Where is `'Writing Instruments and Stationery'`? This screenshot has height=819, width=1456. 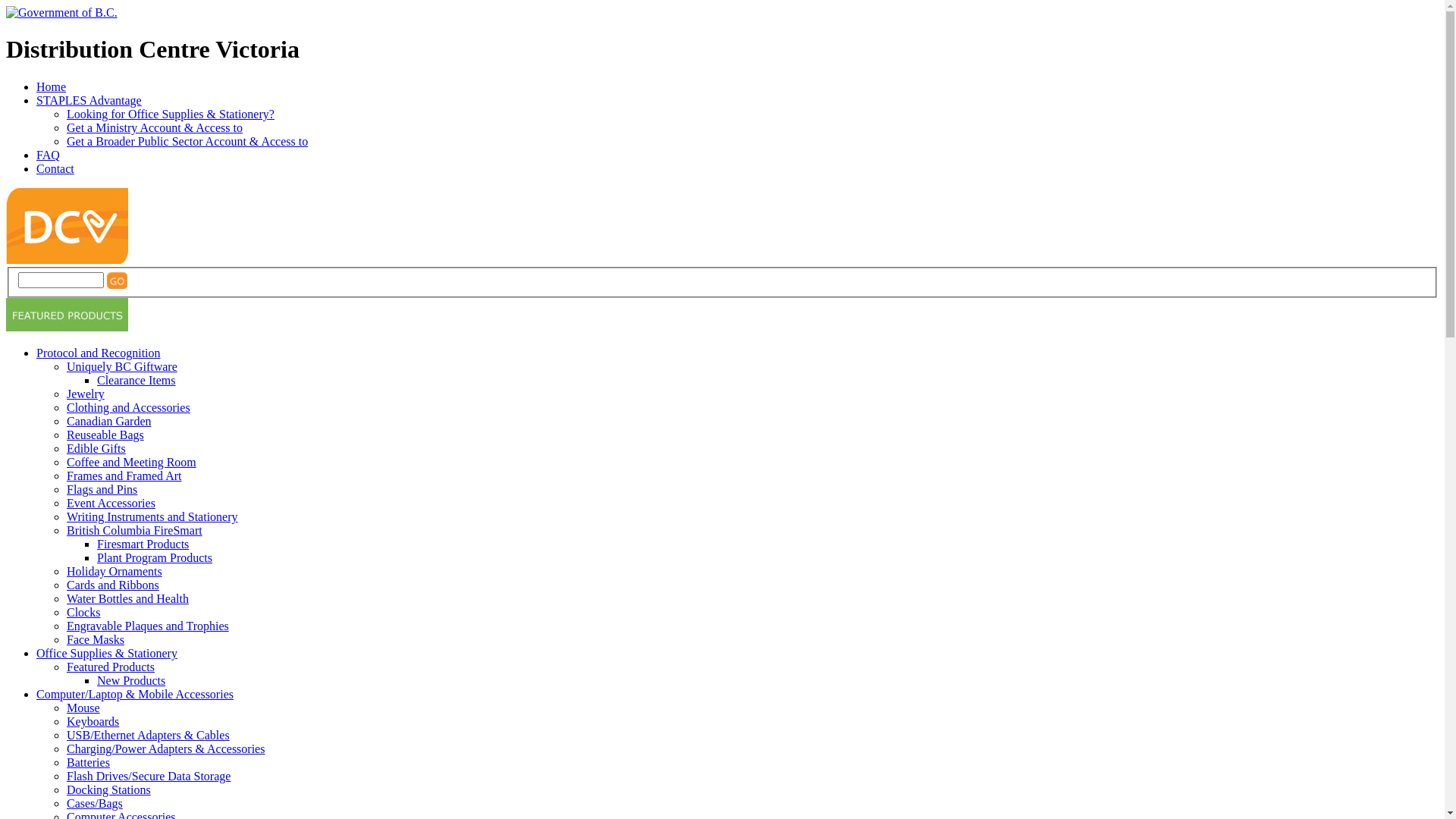
'Writing Instruments and Stationery' is located at coordinates (152, 516).